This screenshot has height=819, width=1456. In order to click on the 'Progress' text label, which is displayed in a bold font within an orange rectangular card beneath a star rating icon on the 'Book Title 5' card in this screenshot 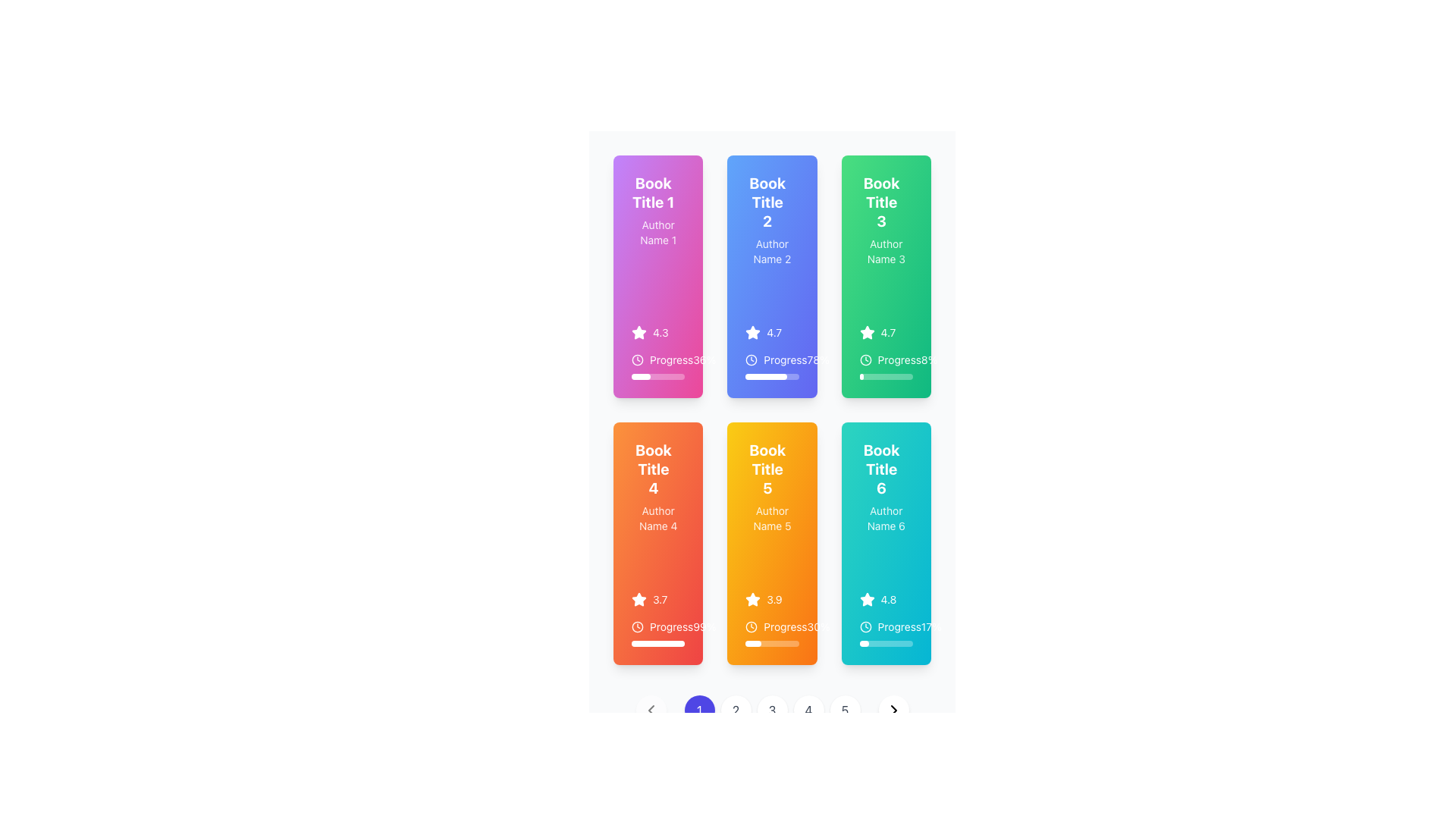, I will do `click(786, 626)`.